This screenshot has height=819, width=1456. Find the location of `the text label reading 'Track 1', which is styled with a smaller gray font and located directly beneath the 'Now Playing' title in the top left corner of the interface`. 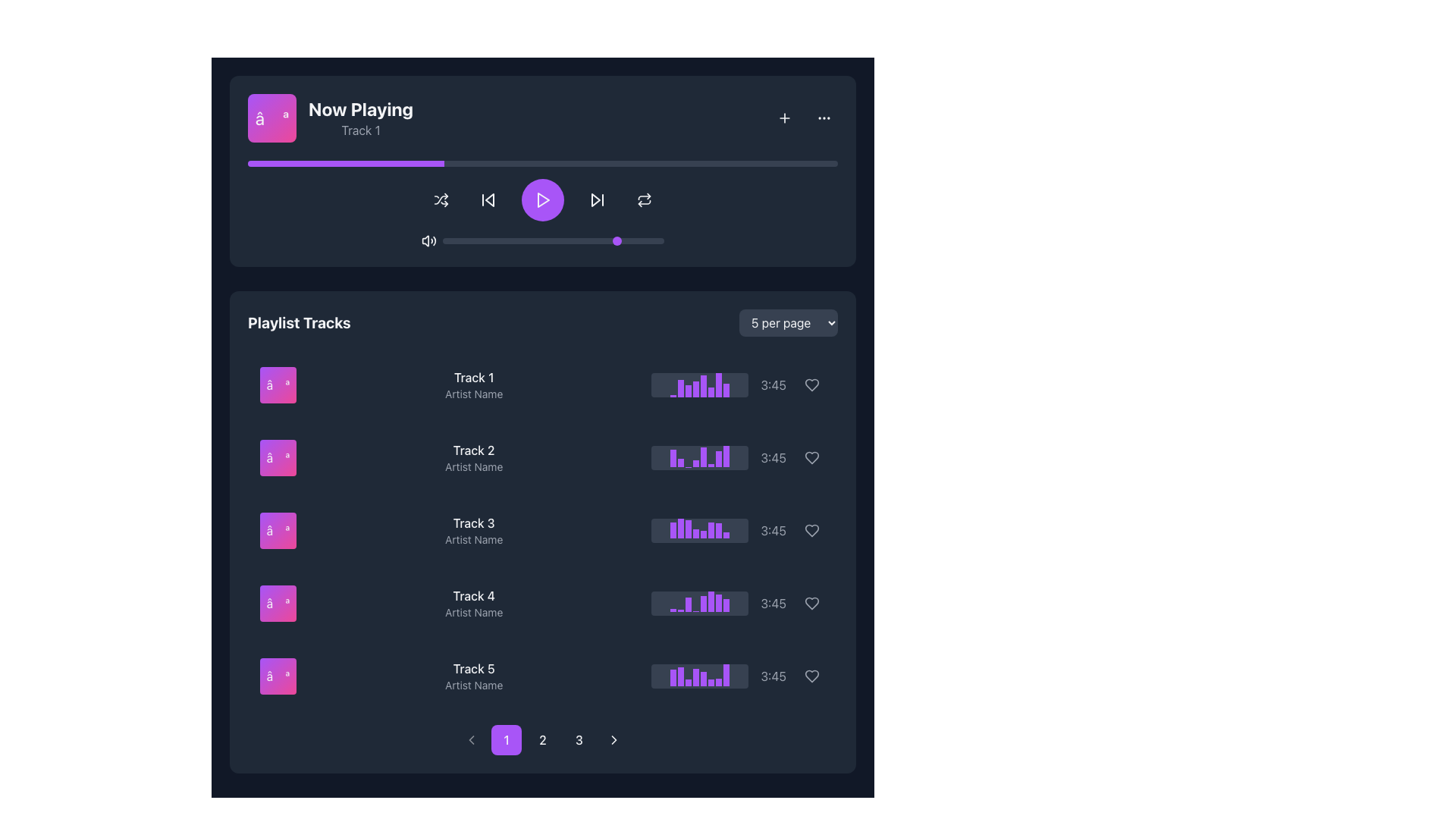

the text label reading 'Track 1', which is styled with a smaller gray font and located directly beneath the 'Now Playing' title in the top left corner of the interface is located at coordinates (359, 130).